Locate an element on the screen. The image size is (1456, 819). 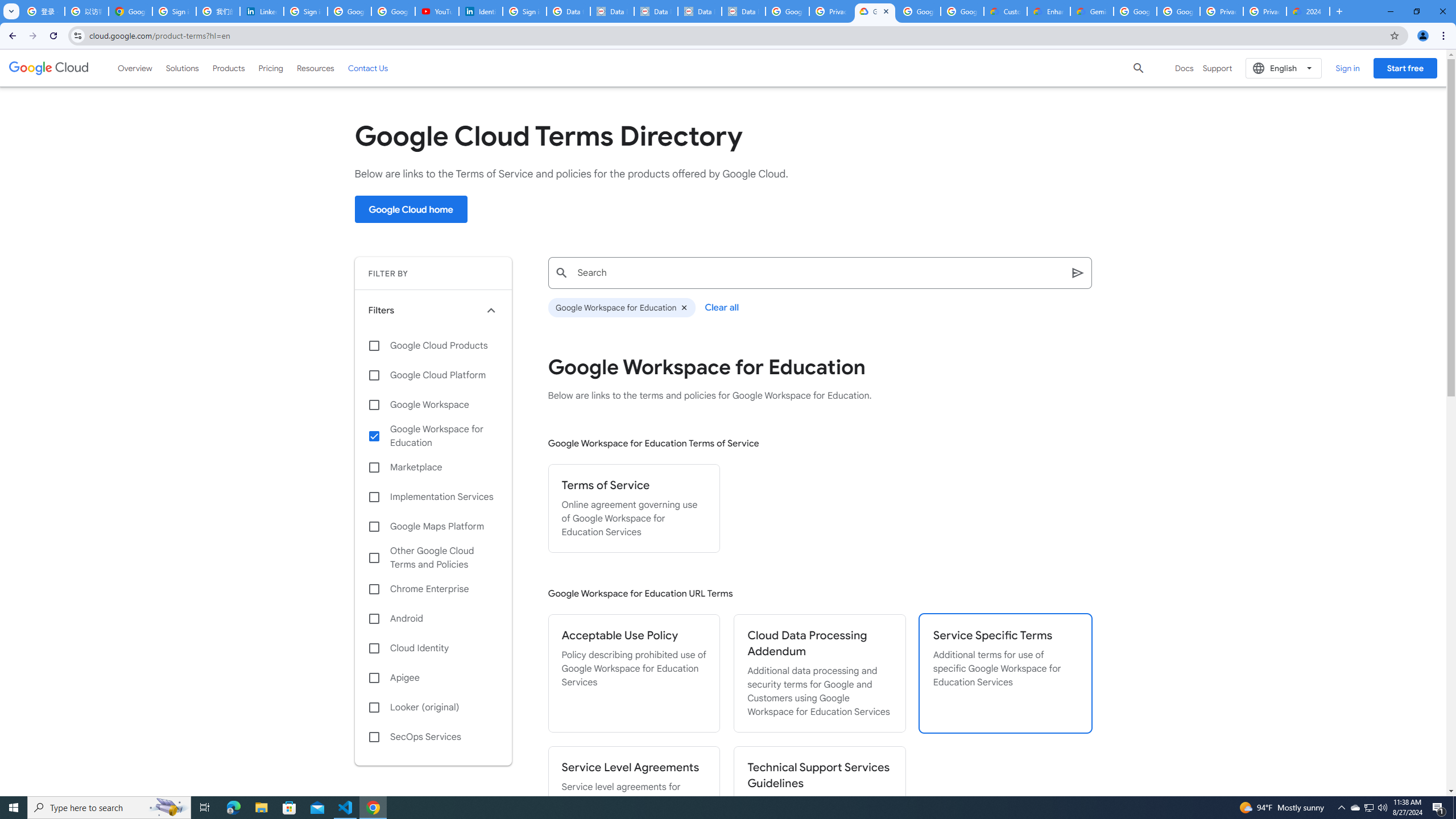
'Cloud Identity' is located at coordinates (433, 648).